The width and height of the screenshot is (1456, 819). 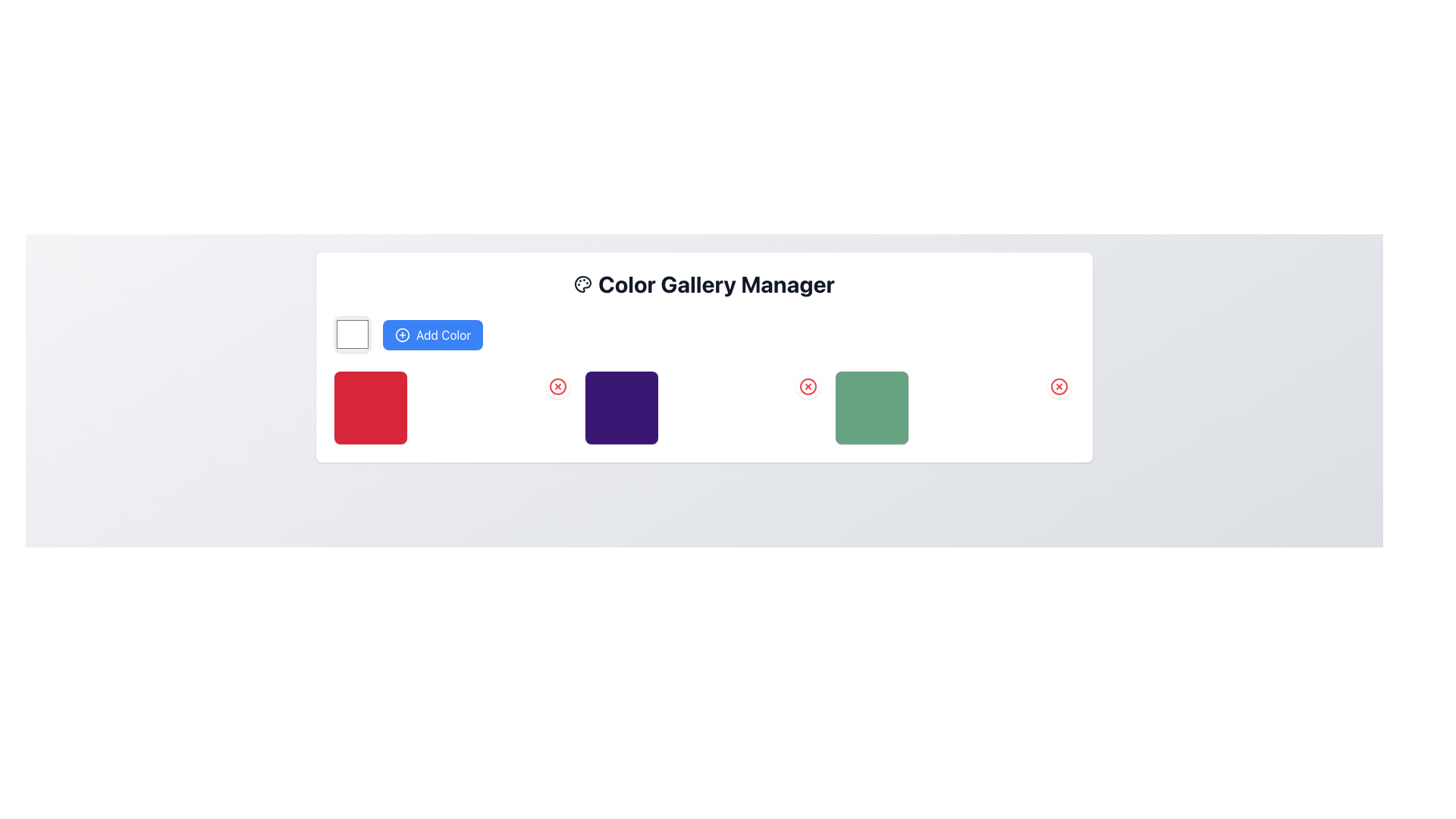 I want to click on the circular red 'X' icon, which is part of the delete button, so click(x=807, y=385).